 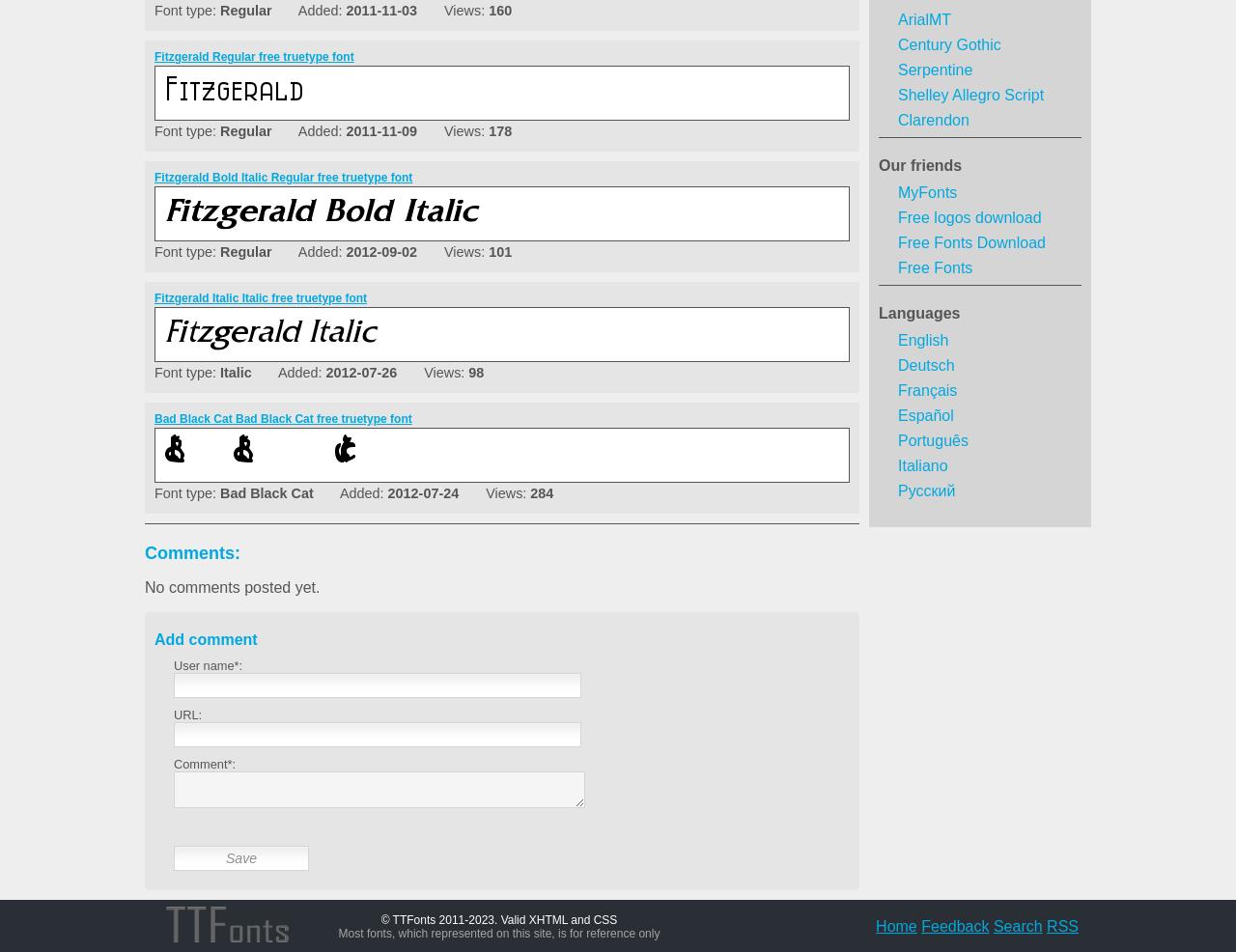 I want to click on 'Languages', so click(x=918, y=313).